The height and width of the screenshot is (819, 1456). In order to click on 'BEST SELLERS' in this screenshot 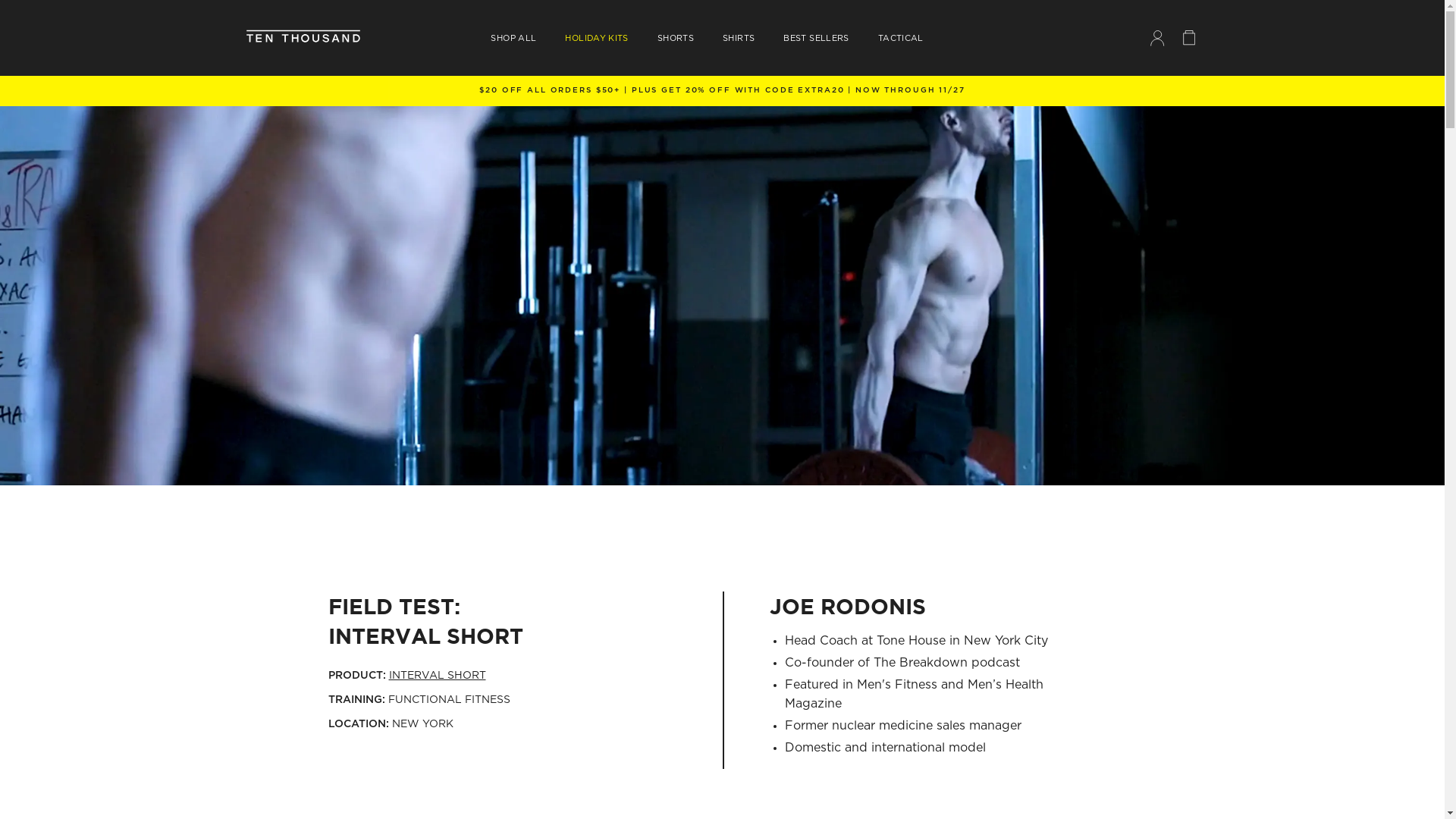, I will do `click(768, 37)`.